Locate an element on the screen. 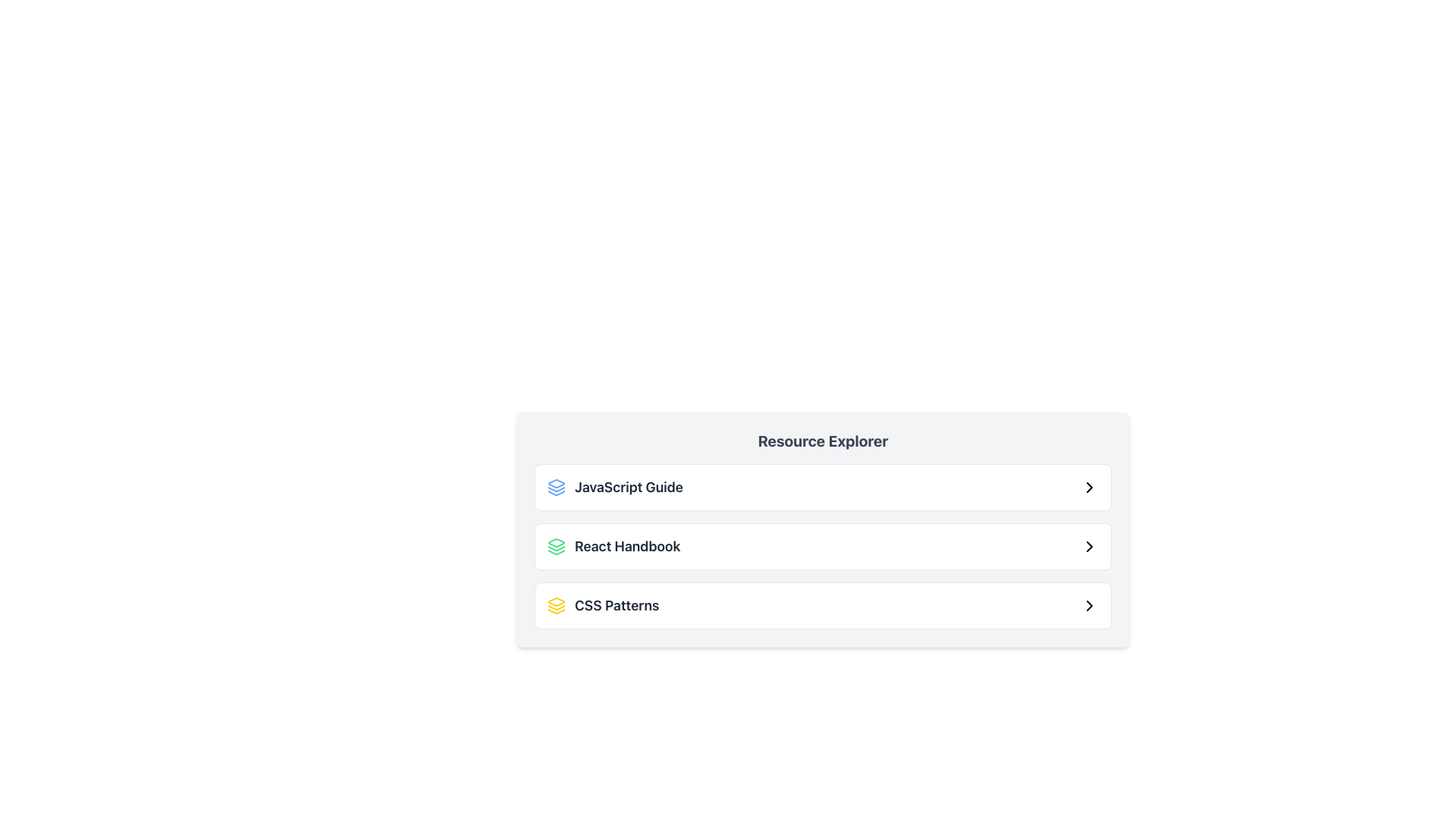 Image resolution: width=1456 pixels, height=819 pixels. the third list item labeled 'CSS Patterns,' which features a yellow stack of layers icon to the left of the bold dark-gray text is located at coordinates (602, 604).